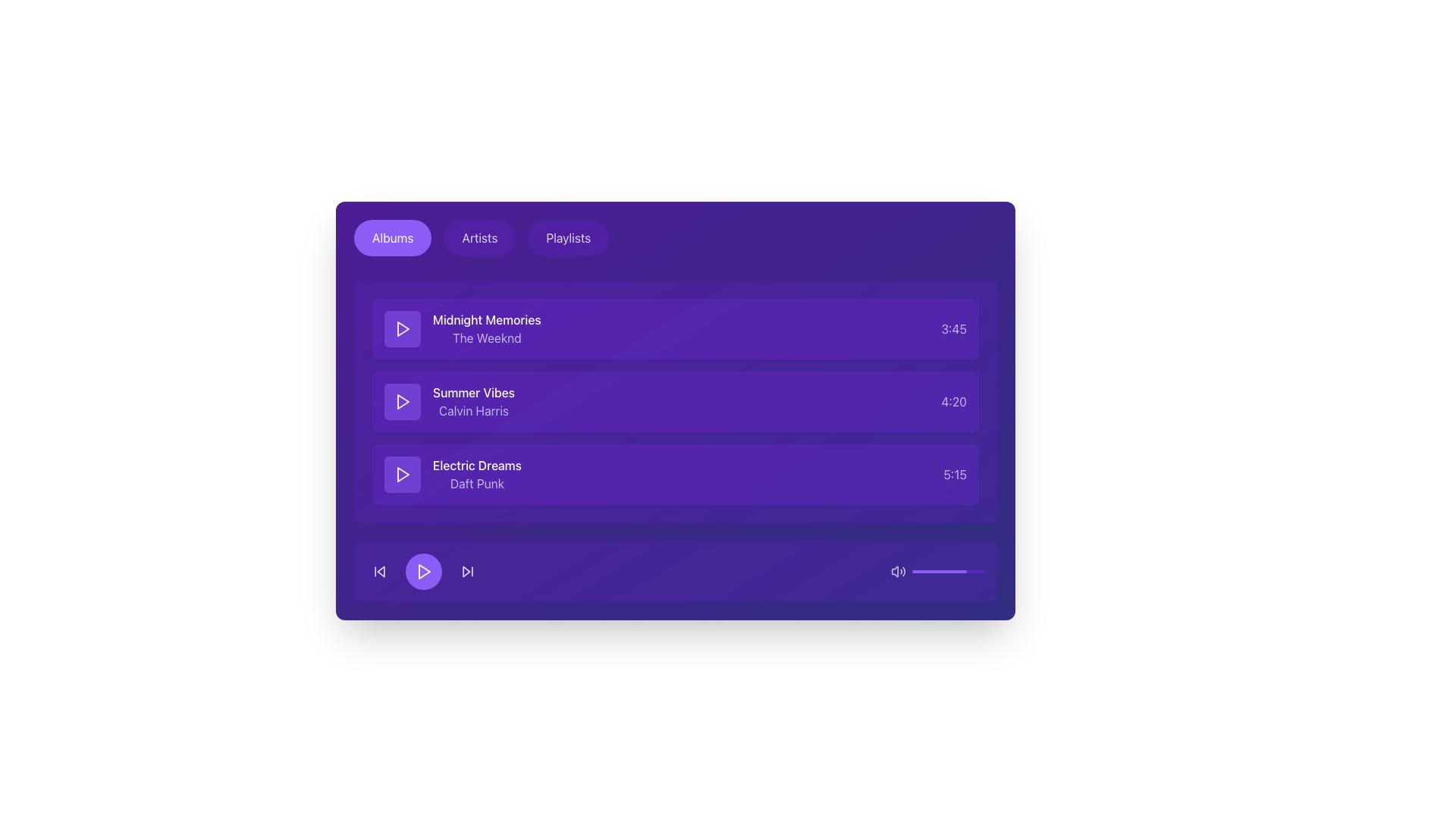 Image resolution: width=1456 pixels, height=819 pixels. I want to click on the rounded square violet play button with a white triangular play icon, so click(403, 328).